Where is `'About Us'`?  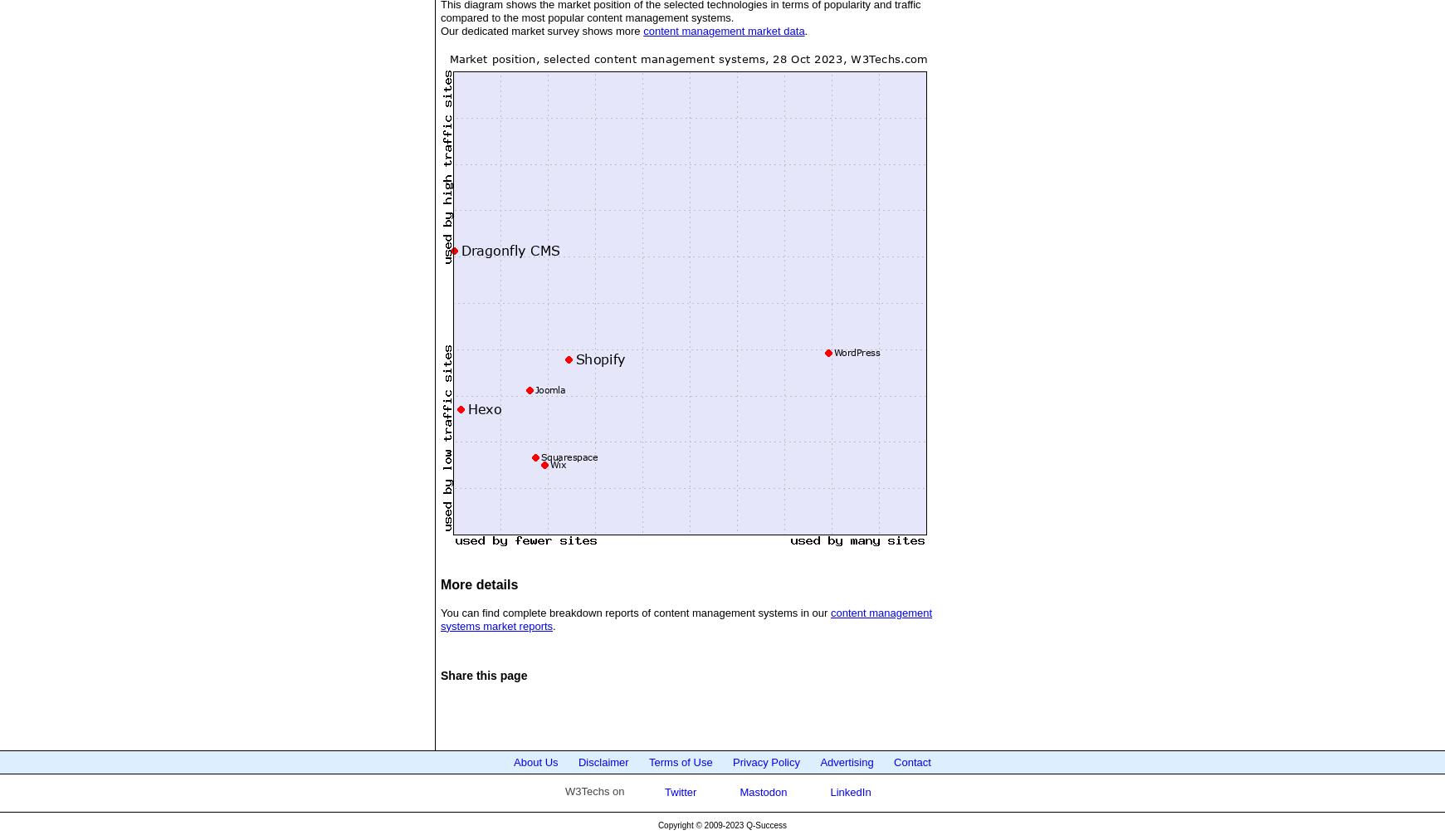
'About Us' is located at coordinates (535, 761).